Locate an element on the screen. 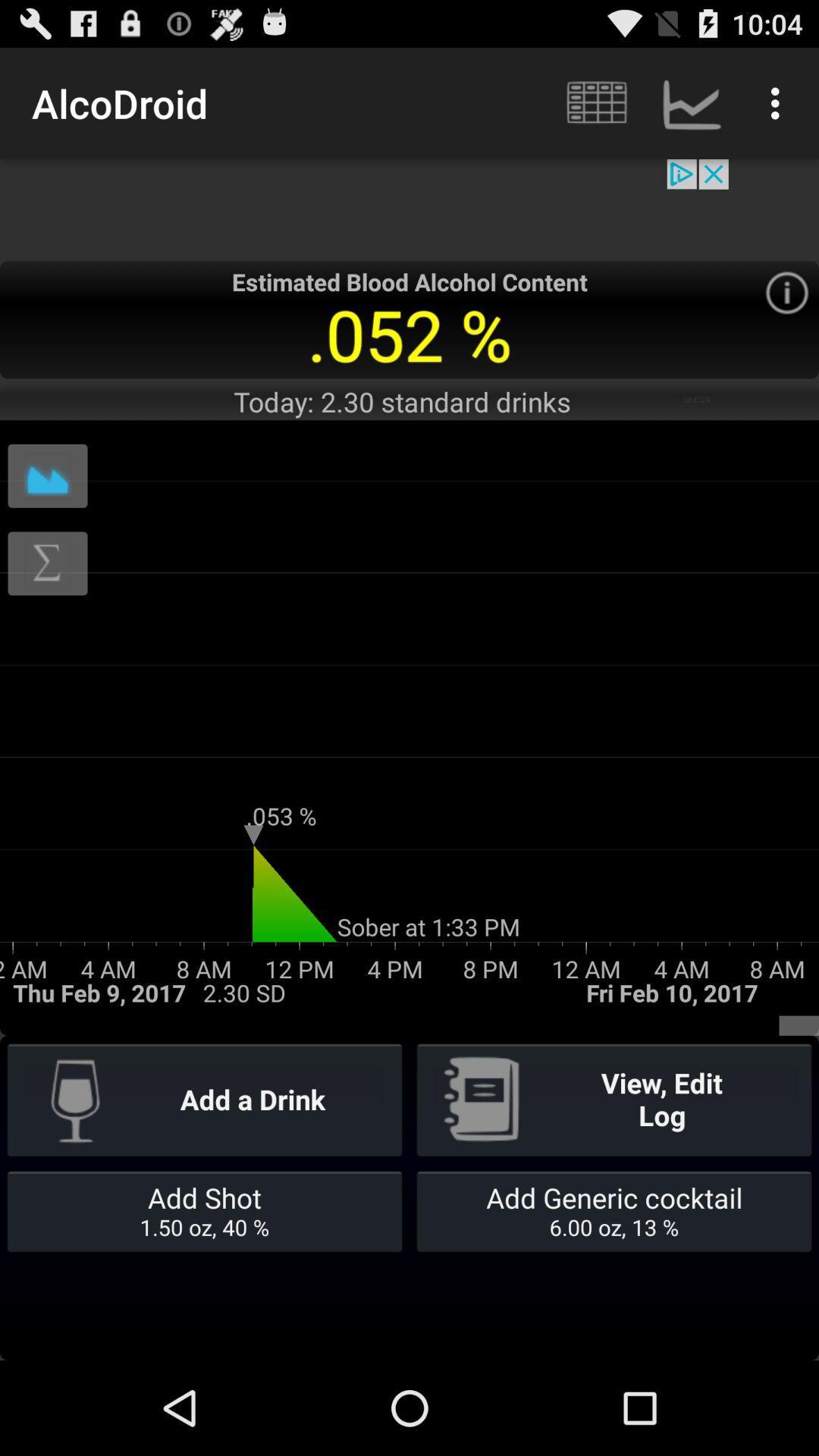  log content is located at coordinates (46, 563).